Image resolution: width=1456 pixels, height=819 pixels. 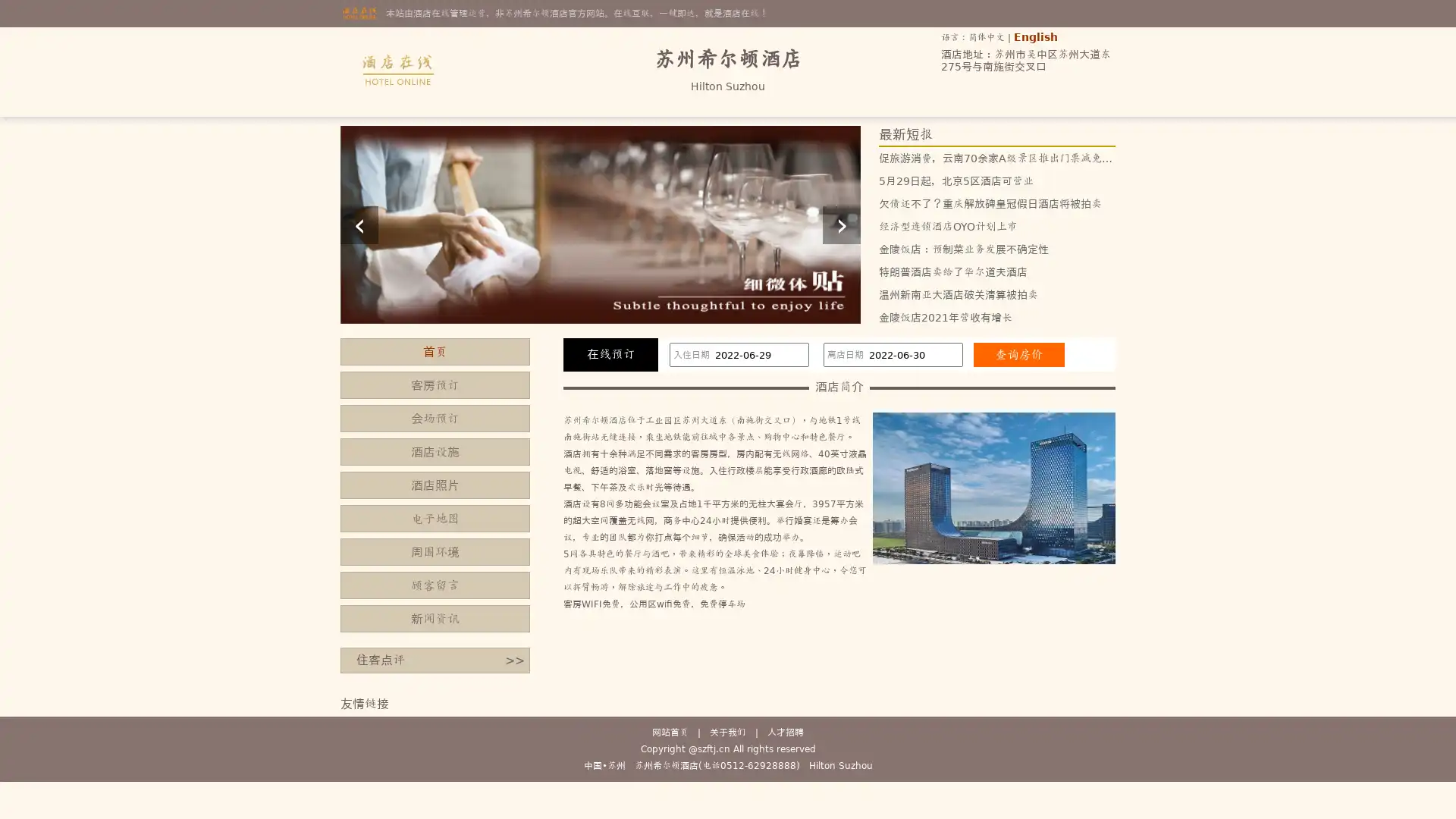 What do you see at coordinates (359, 224) in the screenshot?
I see `Previous` at bounding box center [359, 224].